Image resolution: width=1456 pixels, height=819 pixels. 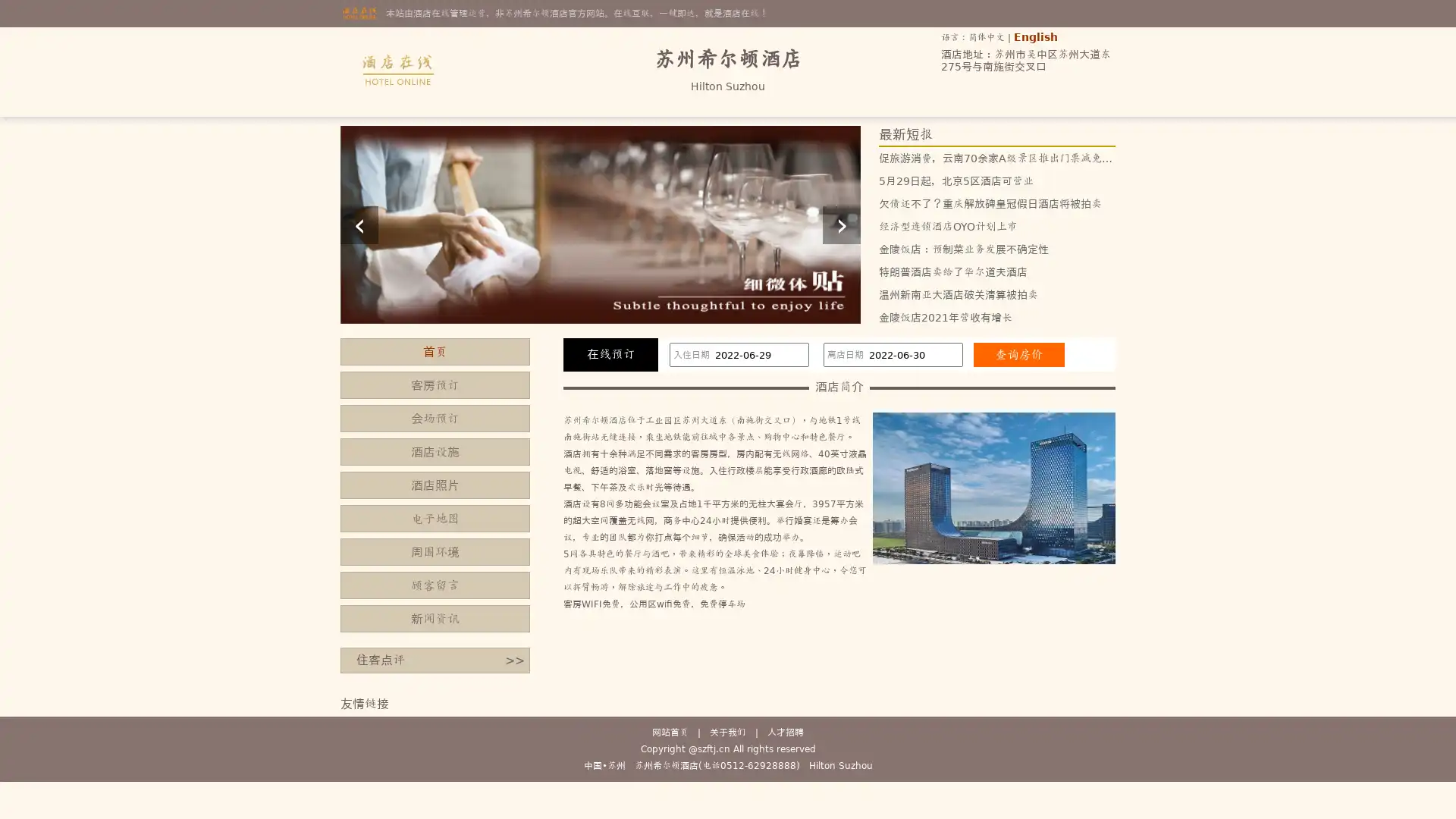 What do you see at coordinates (359, 224) in the screenshot?
I see `Previous` at bounding box center [359, 224].